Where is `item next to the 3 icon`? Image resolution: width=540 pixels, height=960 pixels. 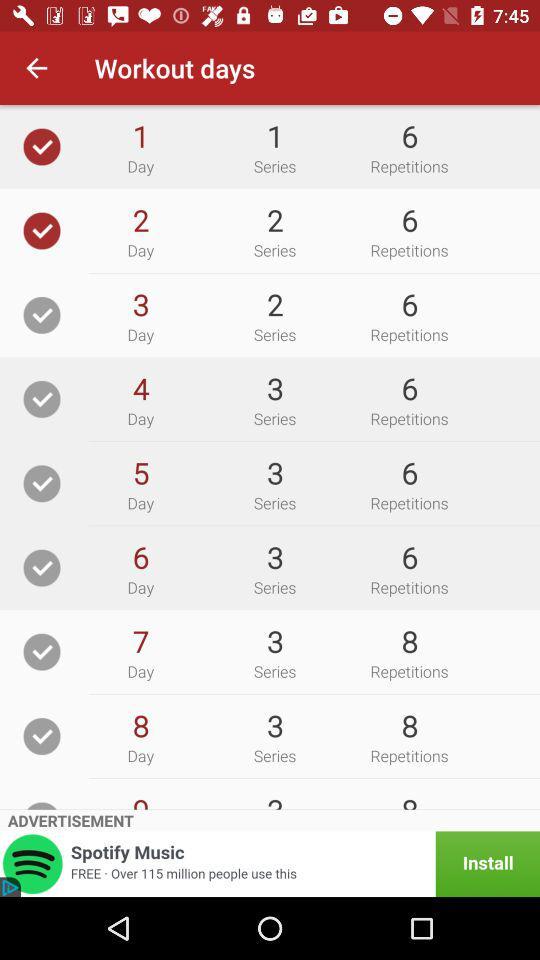 item next to the 3 icon is located at coordinates (139, 640).